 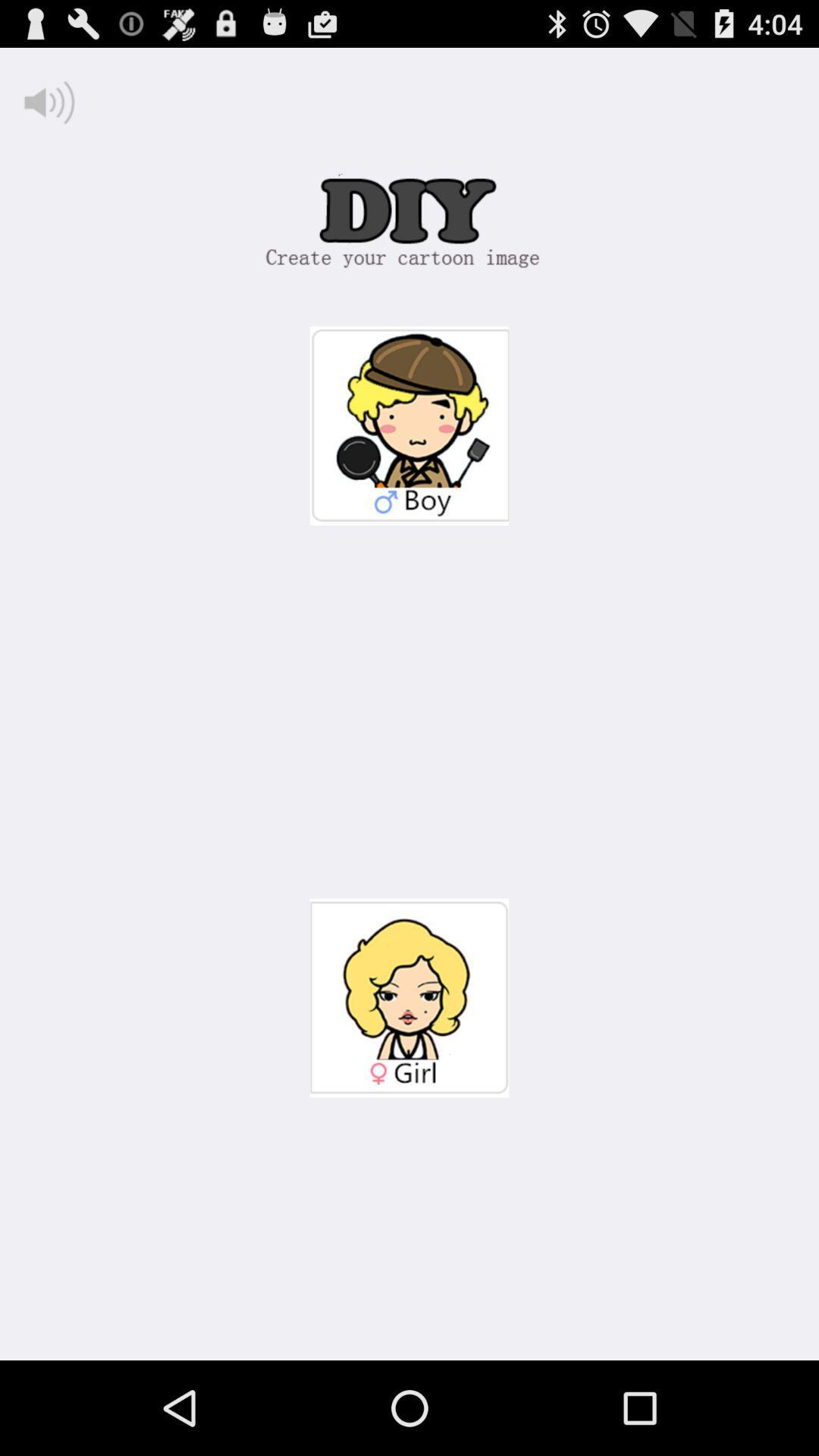 I want to click on boy, so click(x=409, y=425).